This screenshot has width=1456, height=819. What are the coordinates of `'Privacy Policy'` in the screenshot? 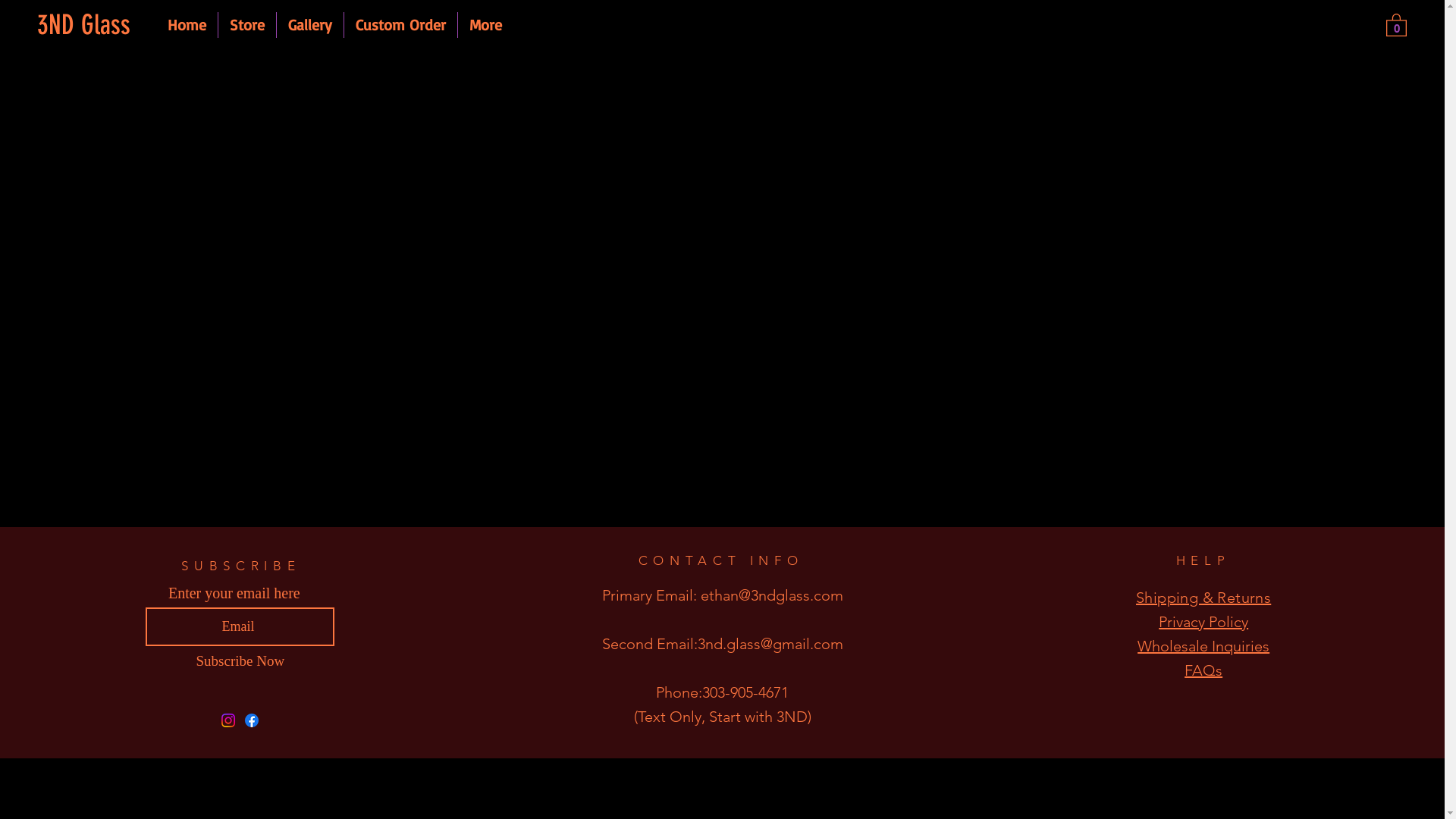 It's located at (1203, 622).